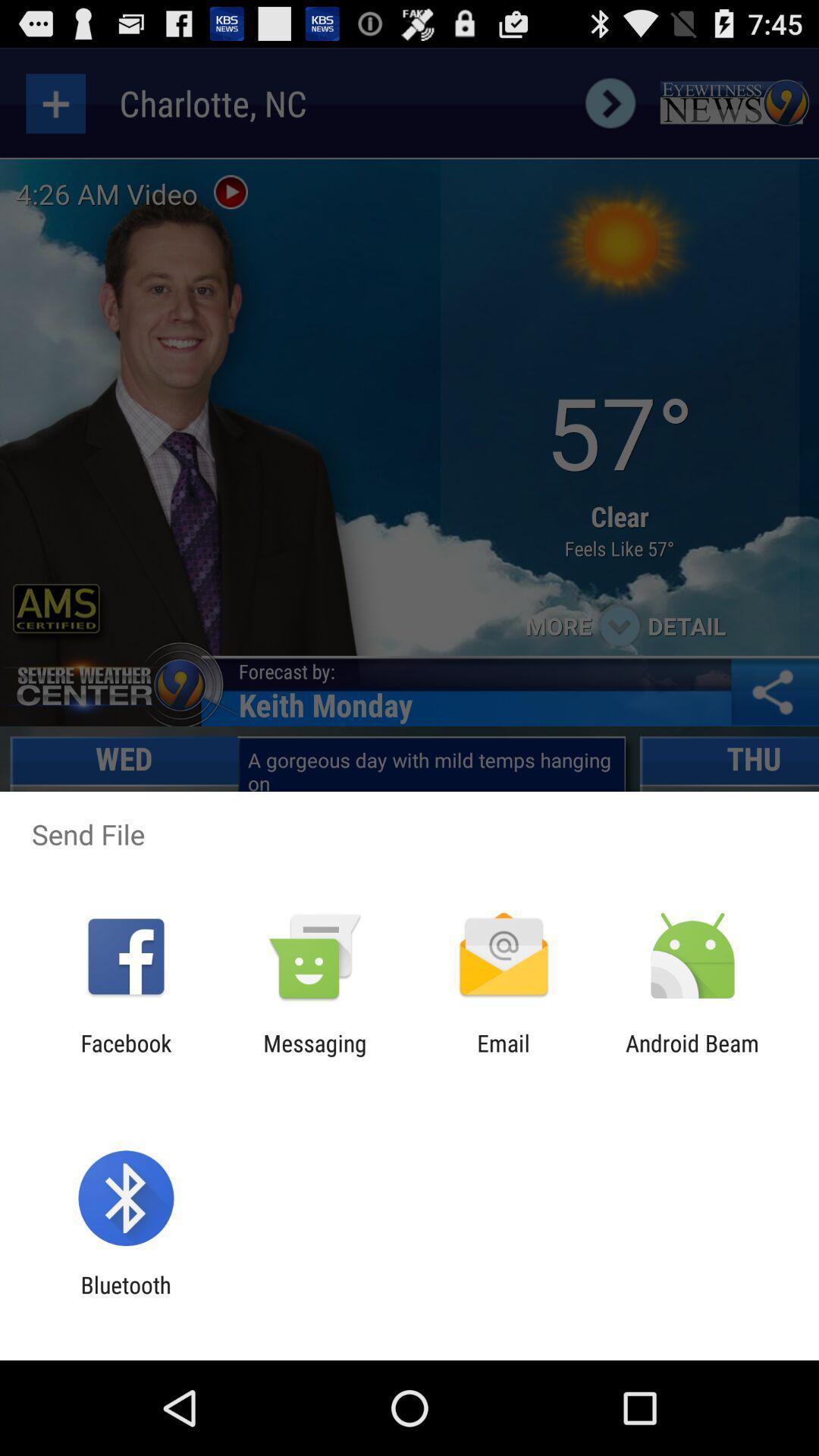  Describe the element at coordinates (125, 1056) in the screenshot. I see `icon to the left of the messaging` at that location.